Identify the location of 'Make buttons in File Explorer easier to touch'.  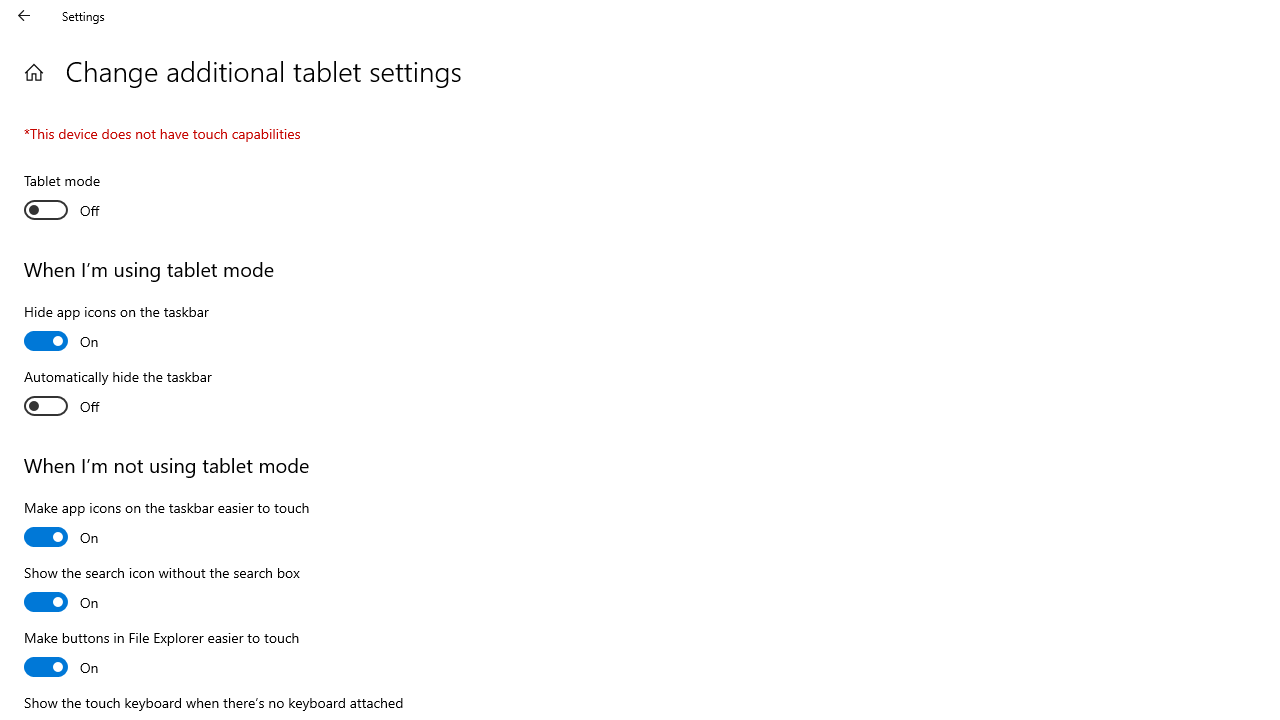
(161, 655).